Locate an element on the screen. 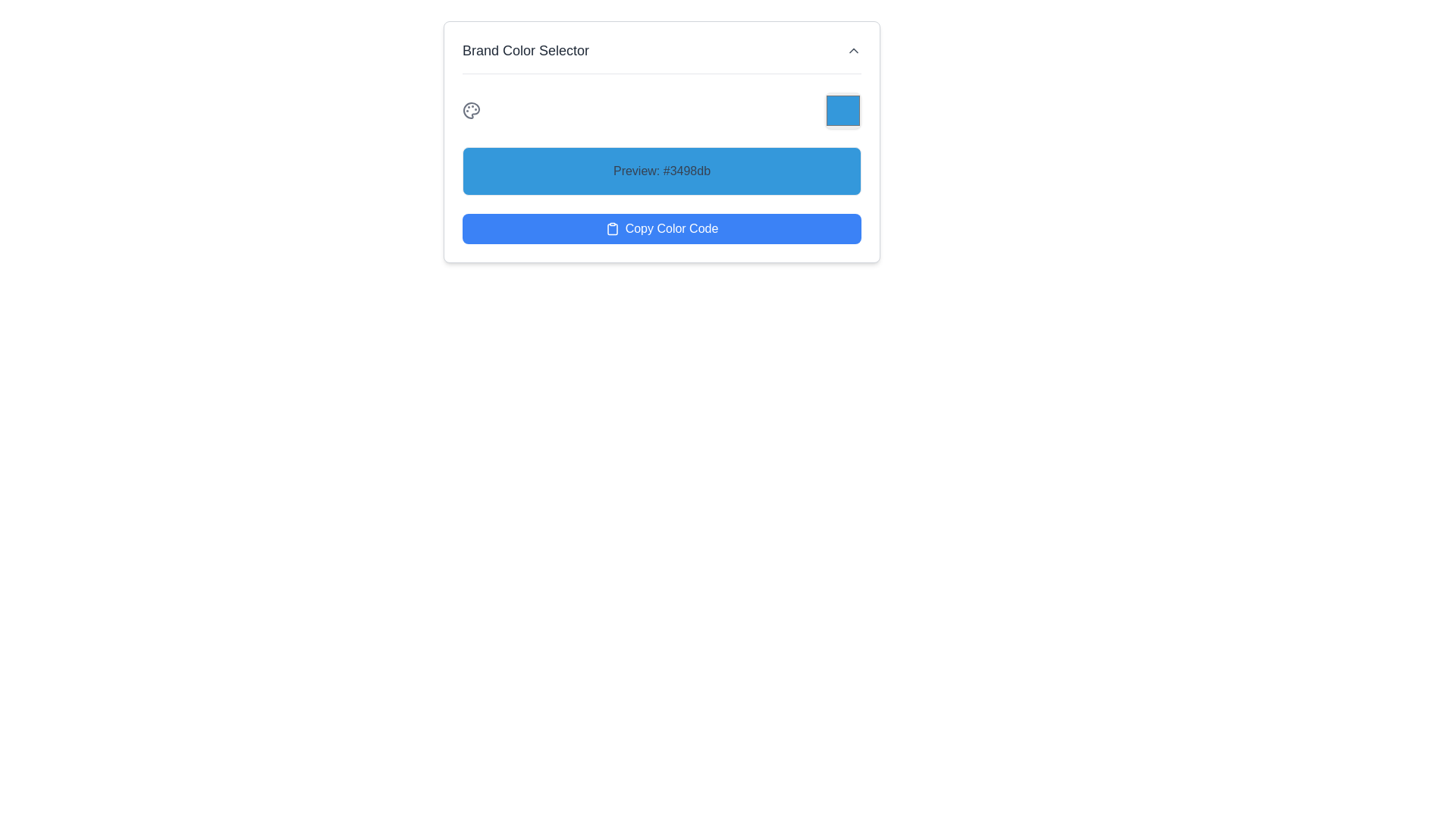 Image resolution: width=1456 pixels, height=819 pixels. the blue rectangular box with rounded corners that displays the text 'Preview: #3498db' is located at coordinates (662, 171).